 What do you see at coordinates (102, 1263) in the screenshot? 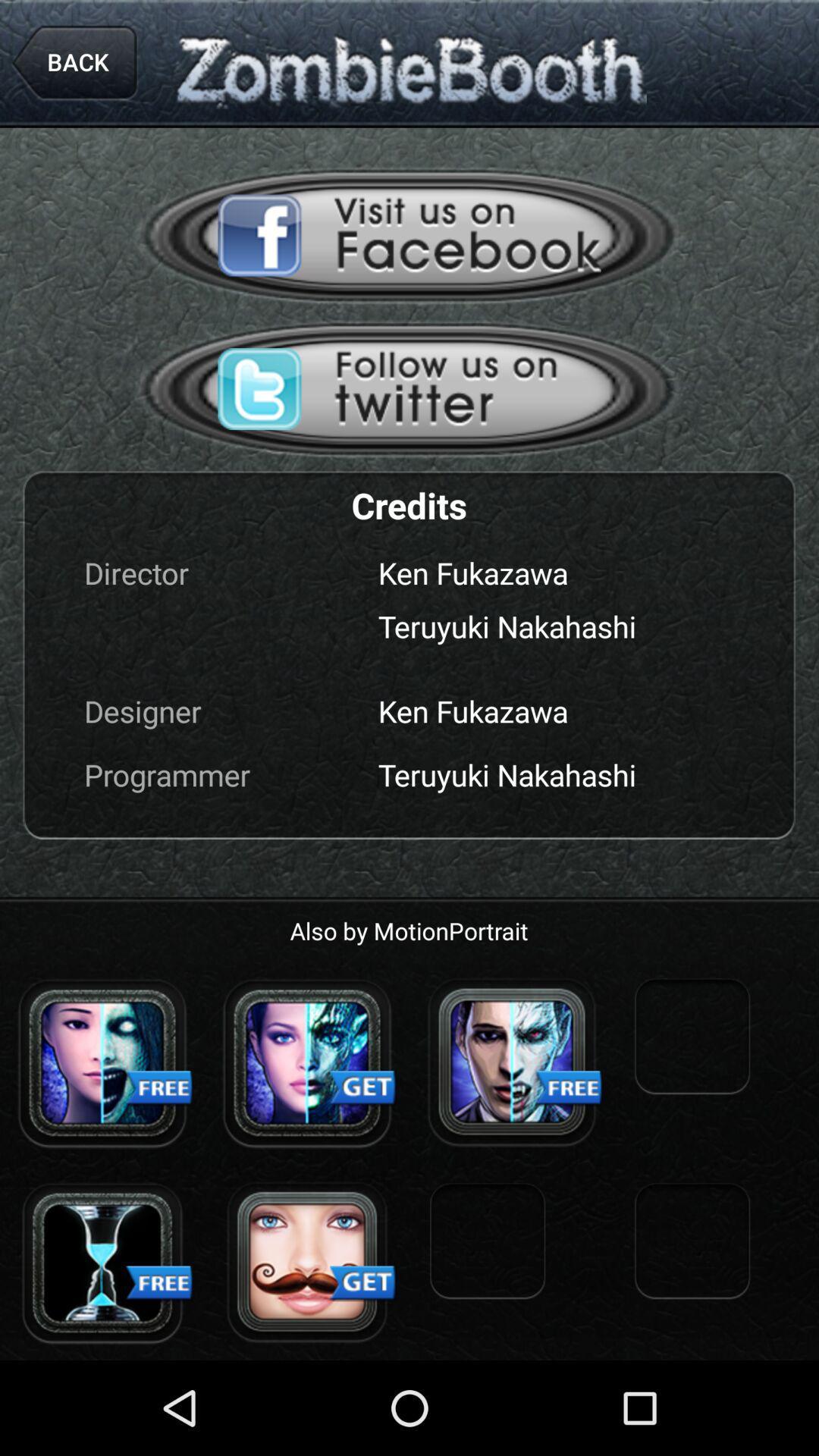
I see `open app details` at bounding box center [102, 1263].